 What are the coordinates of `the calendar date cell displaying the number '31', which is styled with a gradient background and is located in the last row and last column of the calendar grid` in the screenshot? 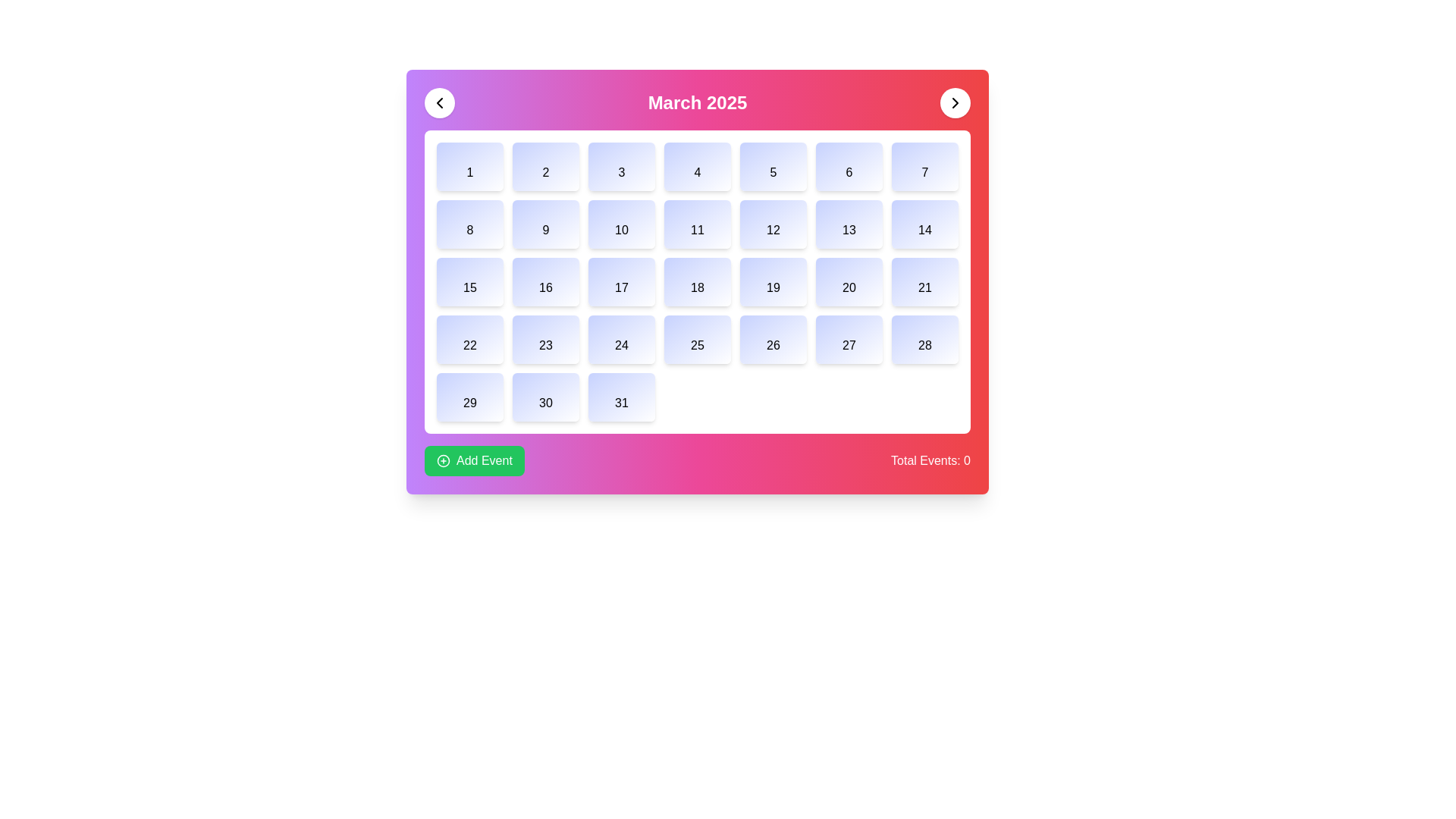 It's located at (622, 397).